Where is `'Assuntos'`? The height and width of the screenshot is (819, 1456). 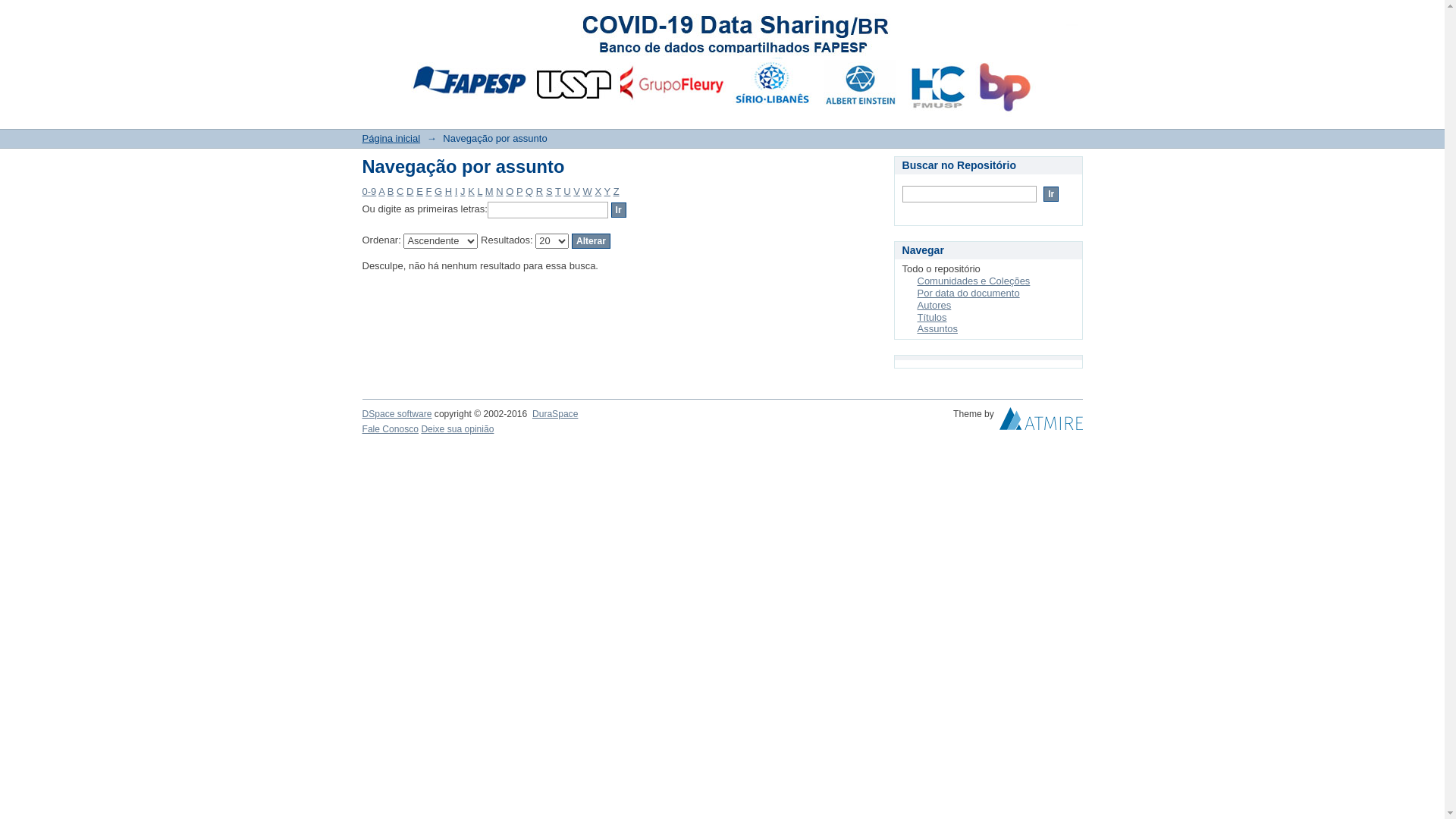 'Assuntos' is located at coordinates (937, 328).